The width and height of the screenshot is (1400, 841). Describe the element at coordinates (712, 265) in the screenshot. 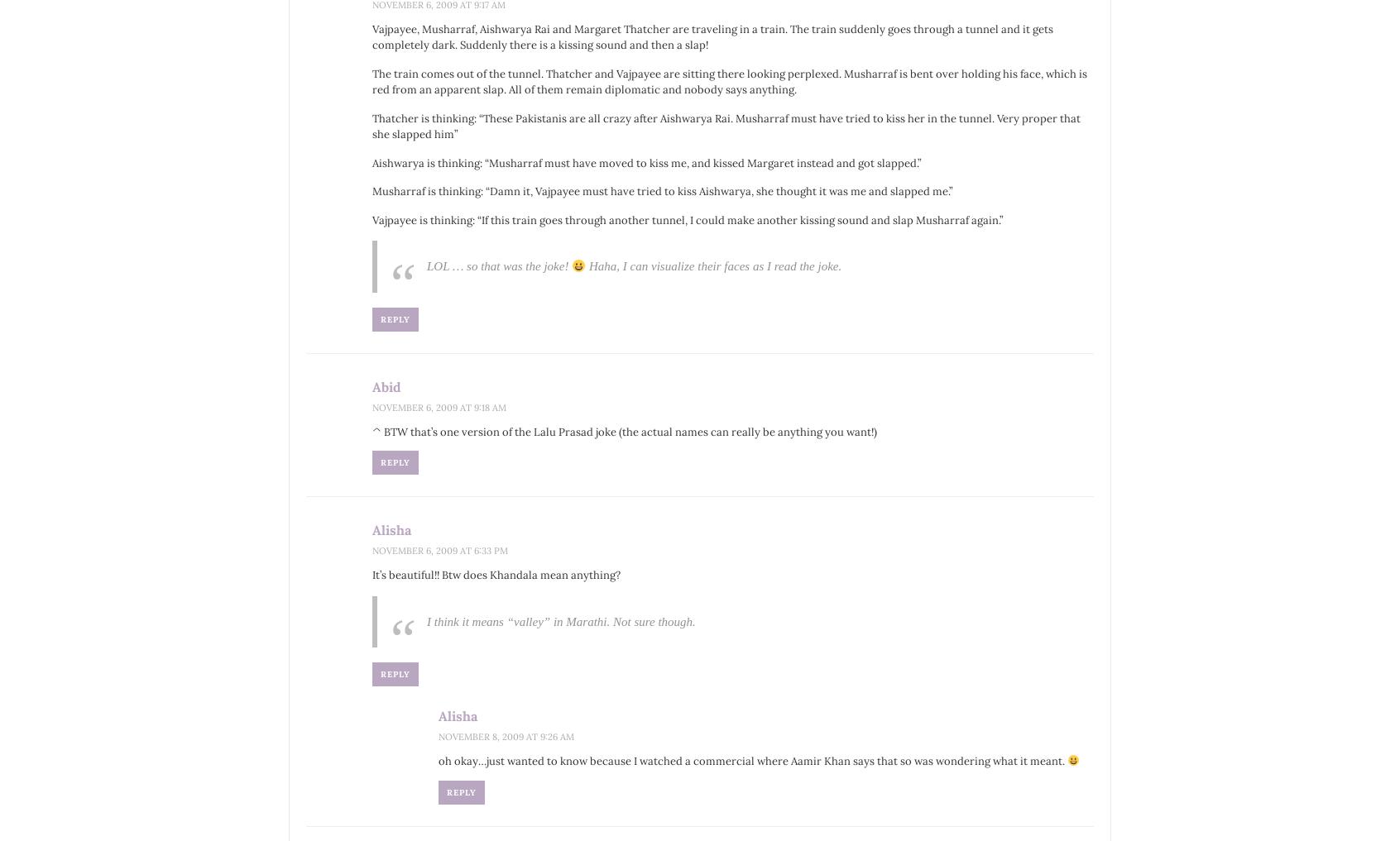

I see `'Haha, I can visualize their faces as I read the joke.'` at that location.